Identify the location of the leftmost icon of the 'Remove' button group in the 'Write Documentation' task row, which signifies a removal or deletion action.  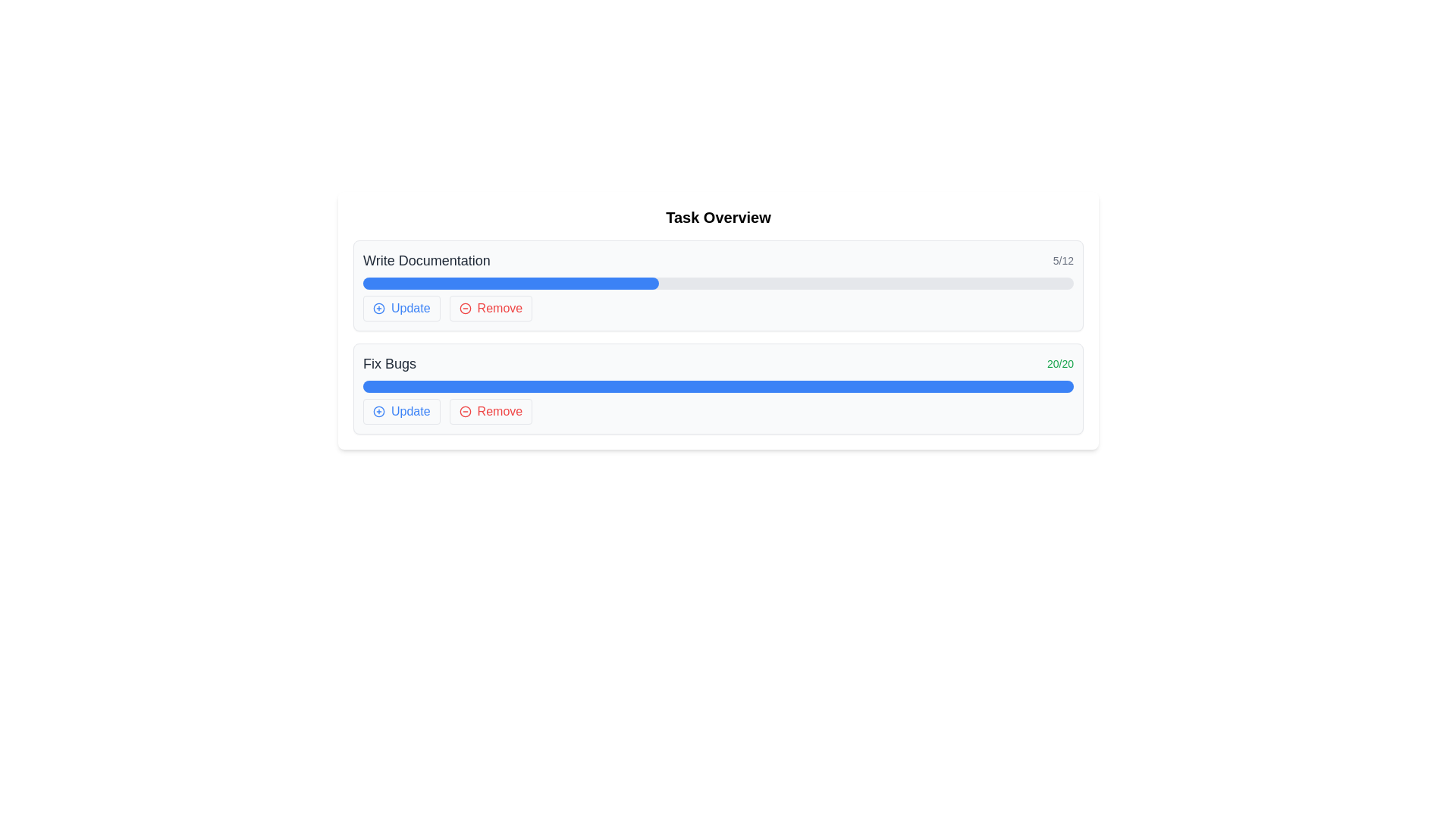
(464, 308).